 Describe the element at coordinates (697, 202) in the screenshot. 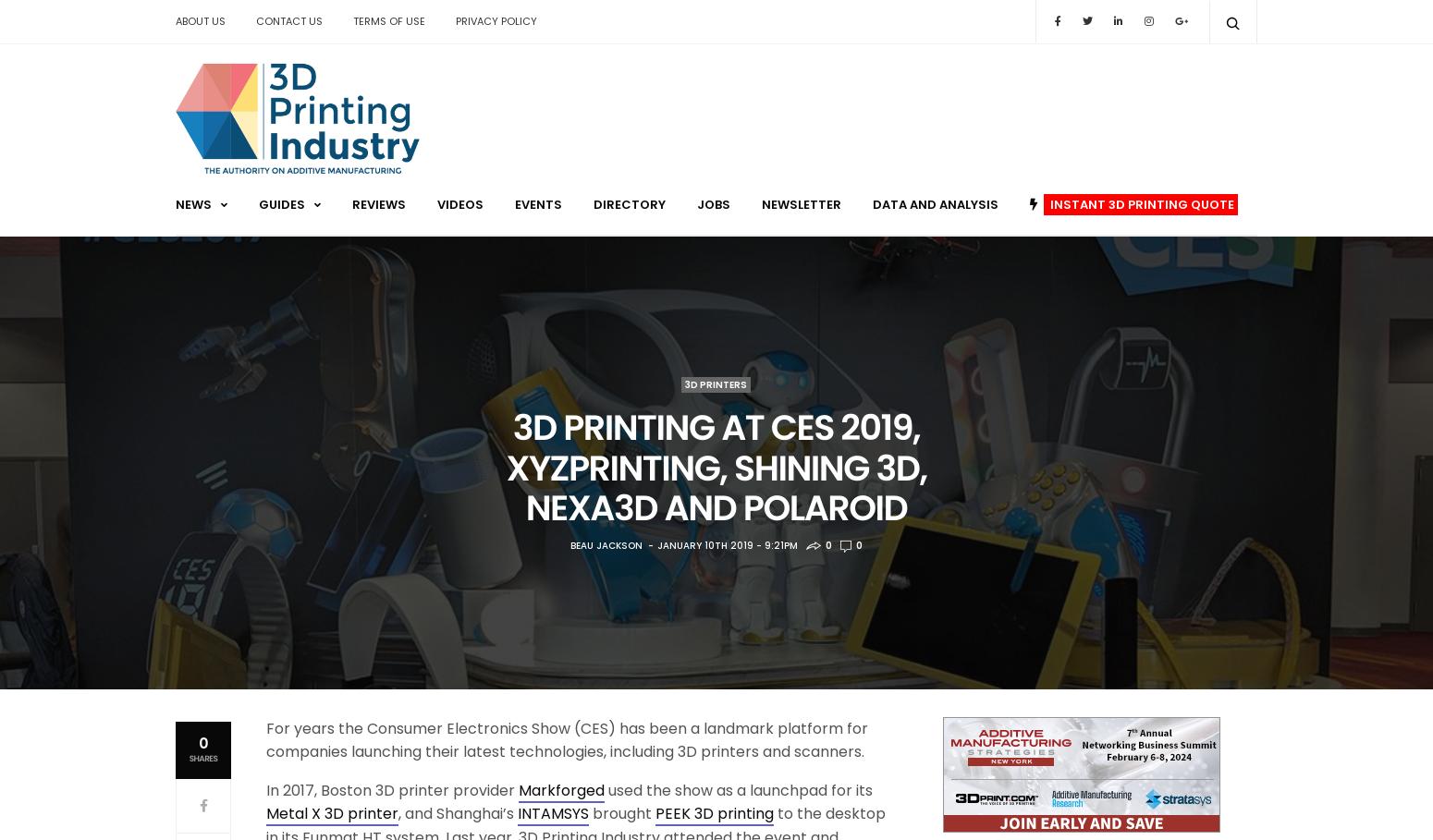

I see `'Jobs'` at that location.